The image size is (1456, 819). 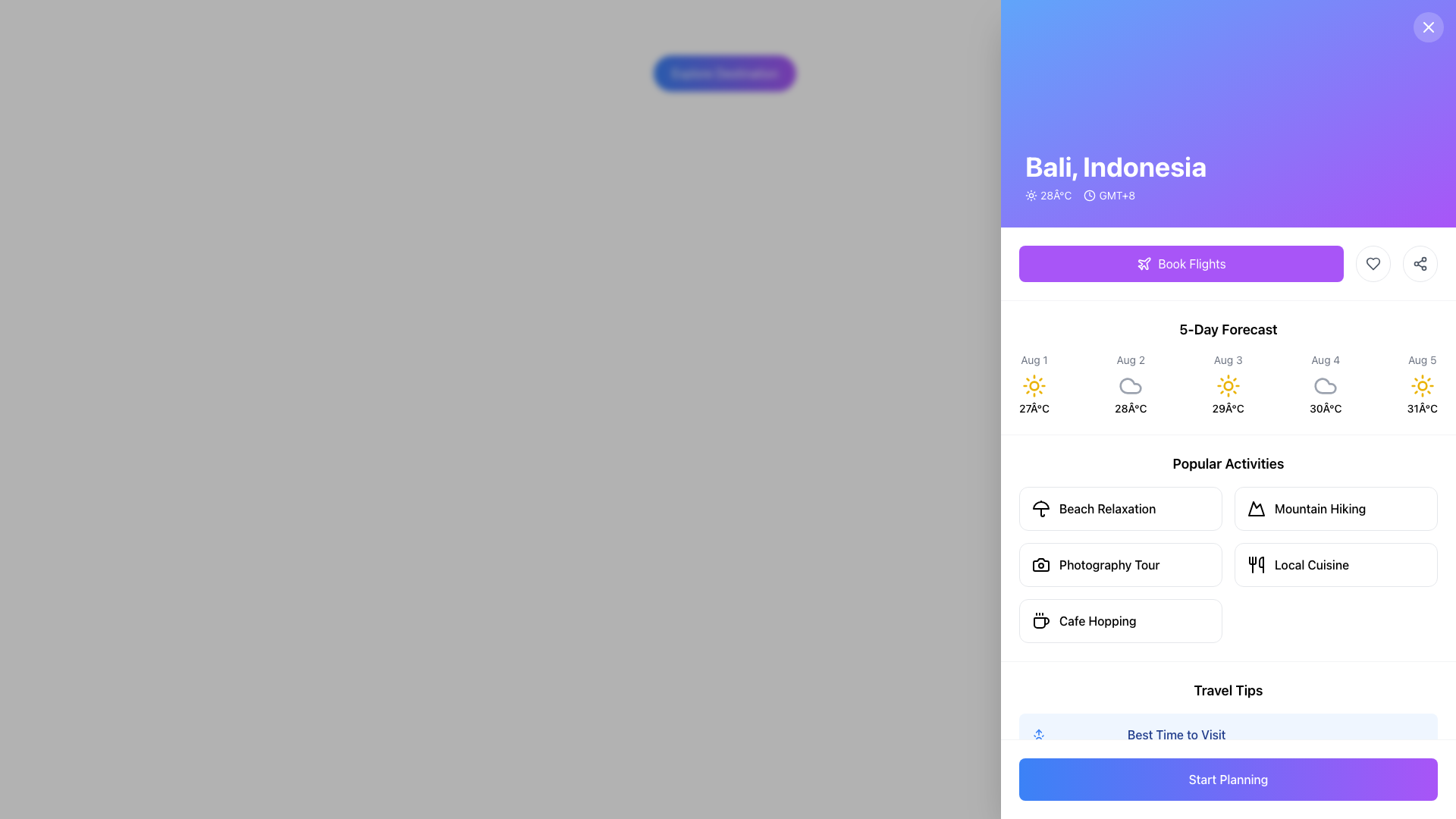 I want to click on the circular 'share' button located at the far right of the top bar, next to the heart-shaped icon, to share content, so click(x=1419, y=262).